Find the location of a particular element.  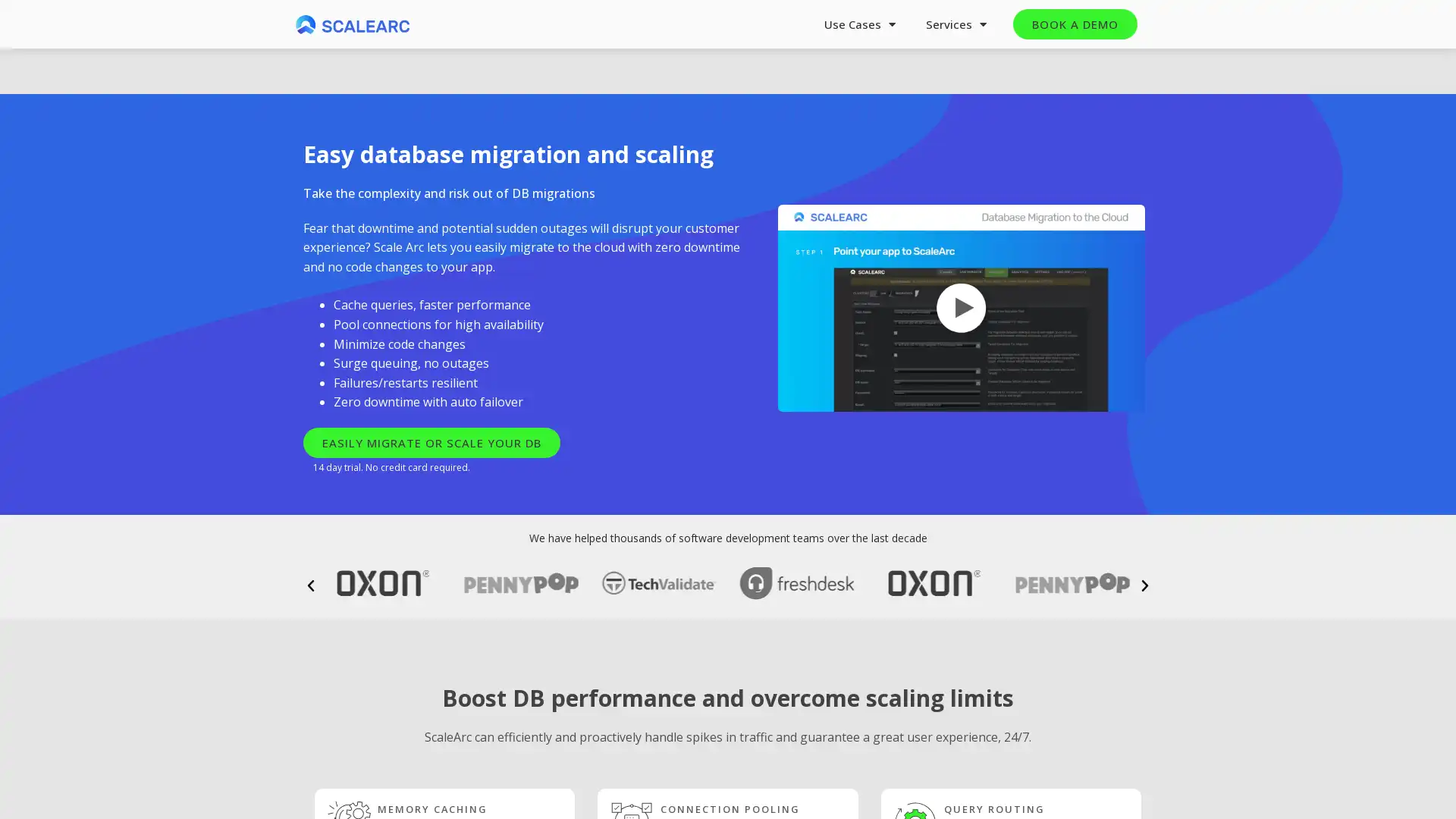

Next slide is located at coordinates (1145, 585).